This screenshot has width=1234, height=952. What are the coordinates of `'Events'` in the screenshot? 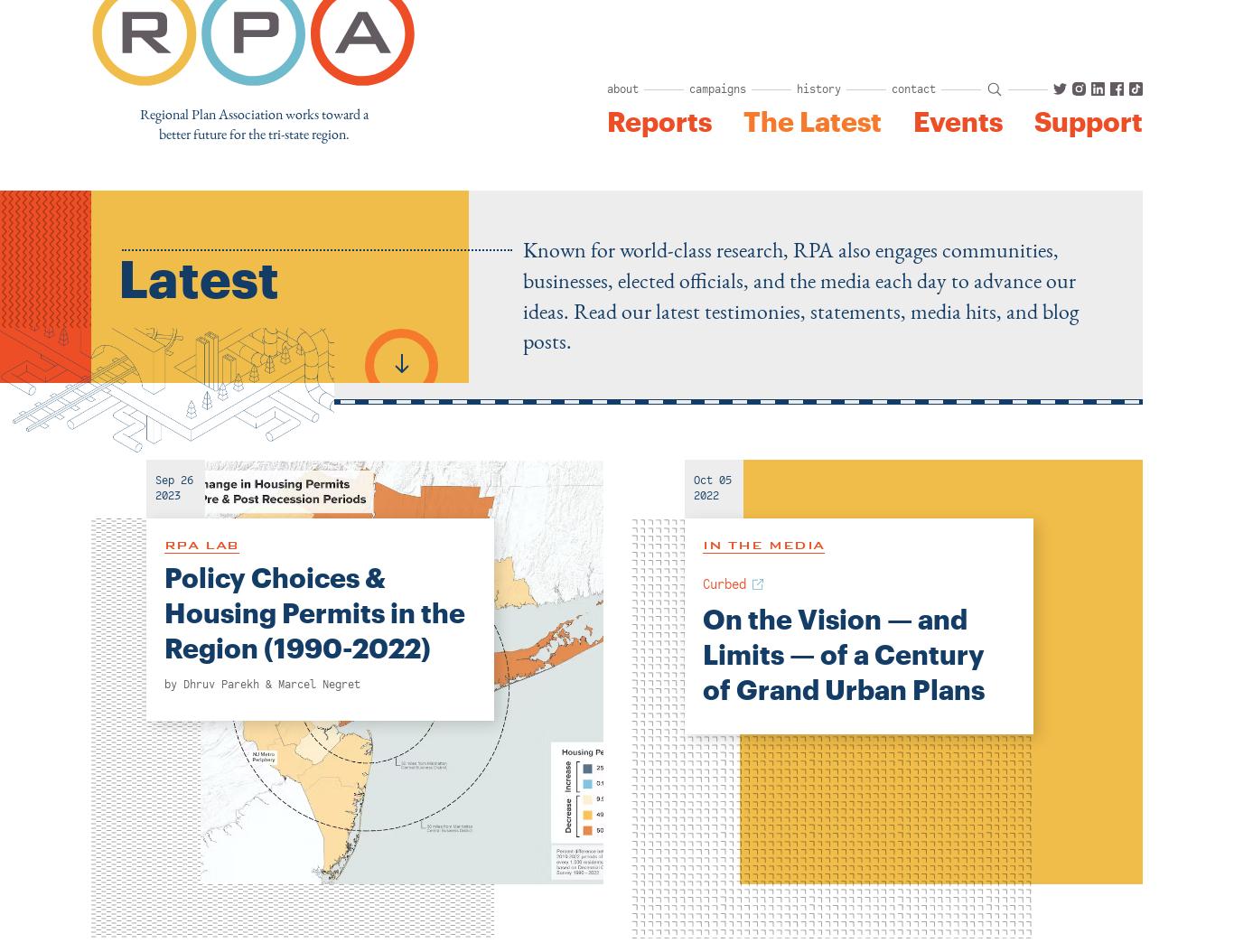 It's located at (912, 121).